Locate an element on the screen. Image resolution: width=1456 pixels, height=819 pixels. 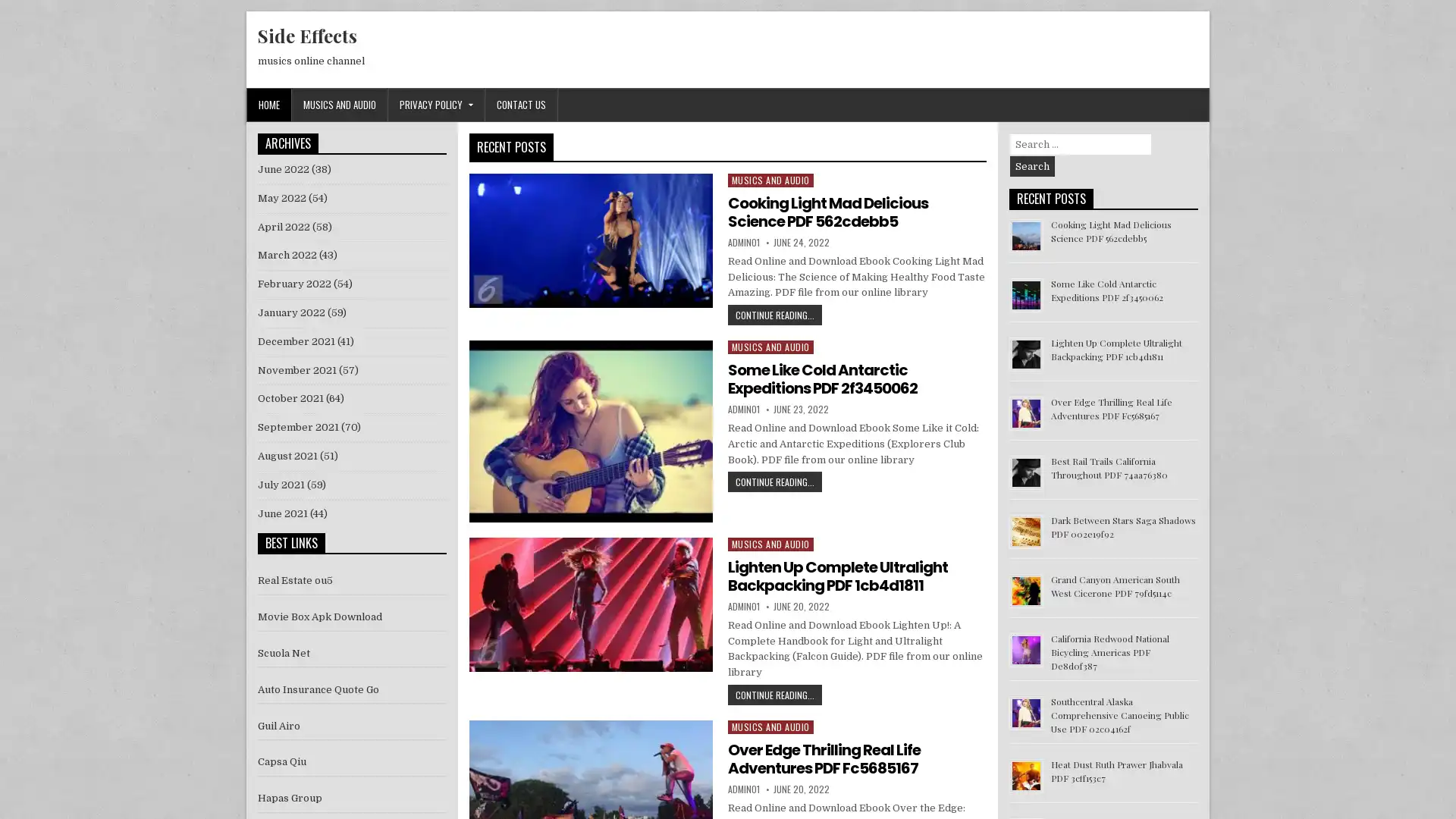
Search is located at coordinates (1031, 166).